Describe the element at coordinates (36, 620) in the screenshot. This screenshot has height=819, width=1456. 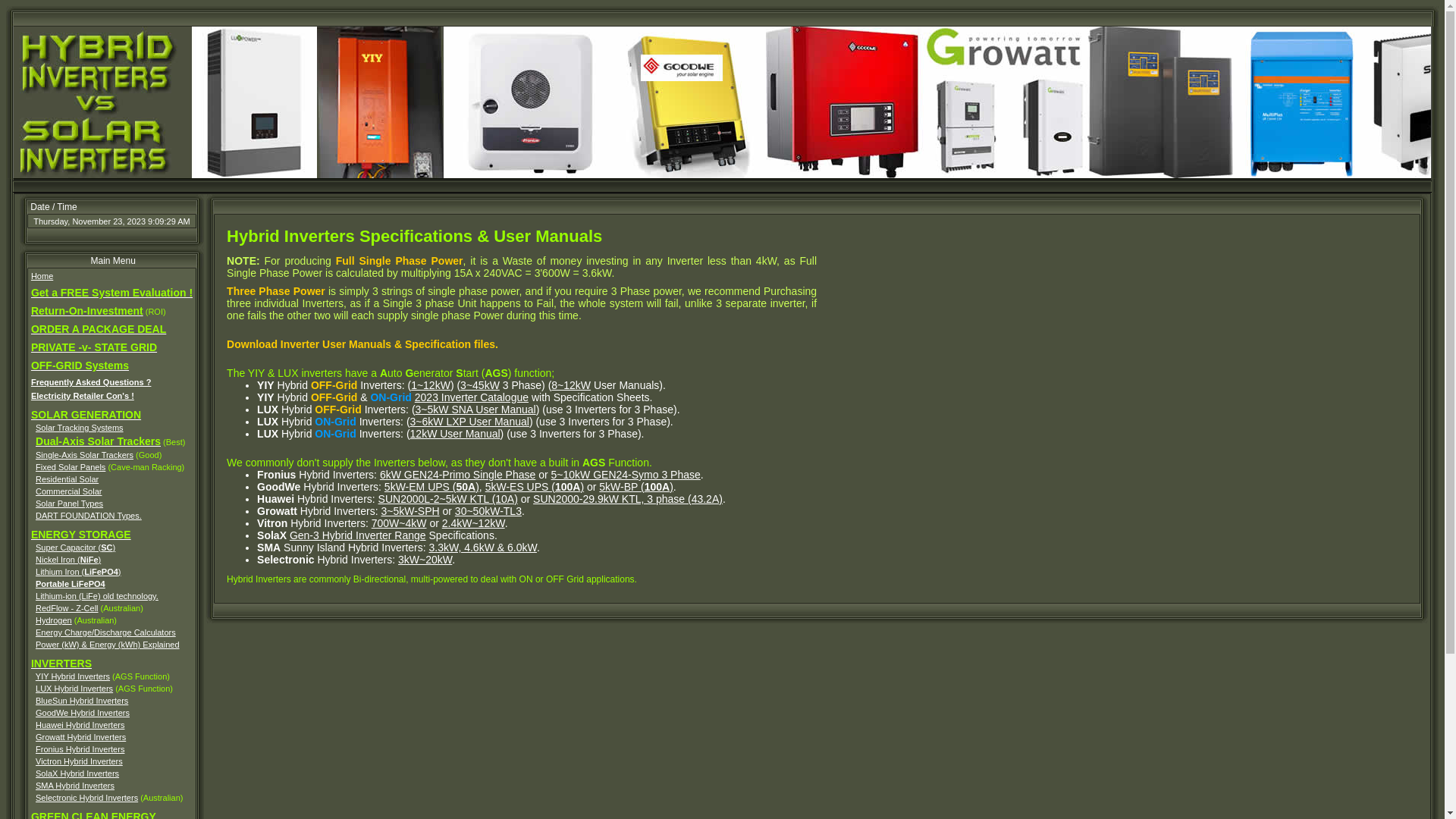
I see `'Hydrogen'` at that location.